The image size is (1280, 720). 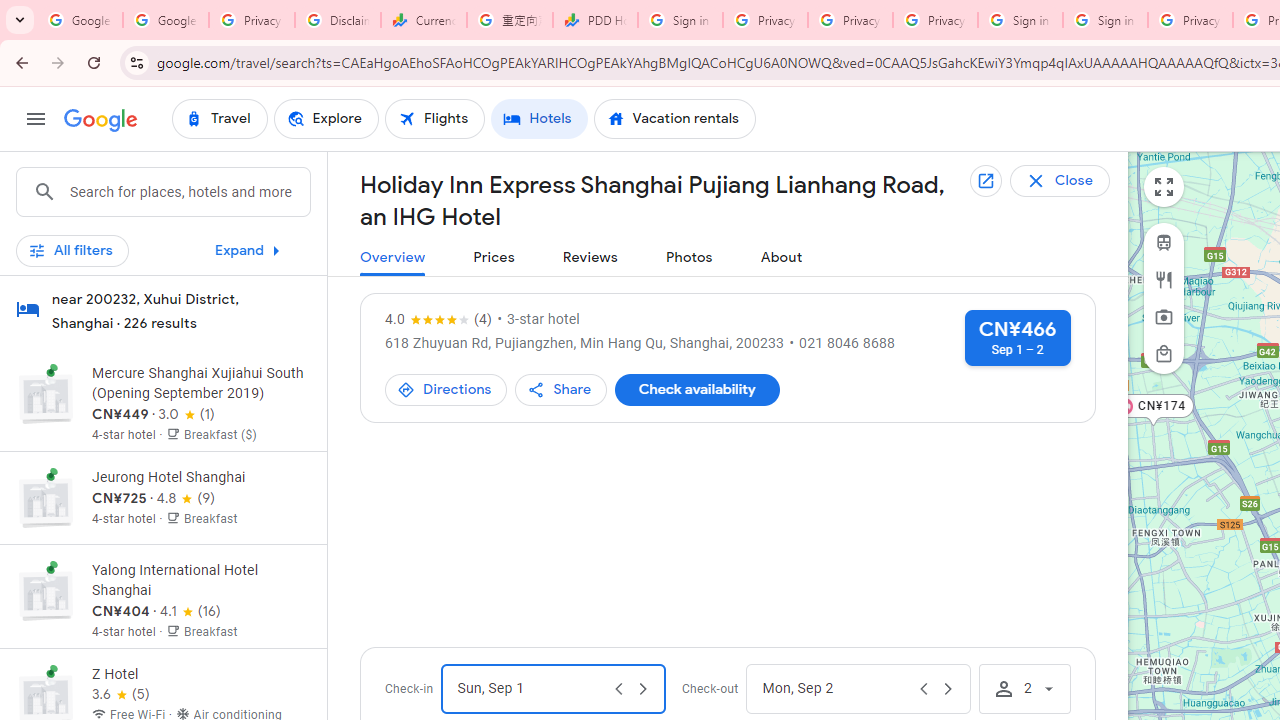 What do you see at coordinates (836, 688) in the screenshot?
I see `'Check-out'` at bounding box center [836, 688].